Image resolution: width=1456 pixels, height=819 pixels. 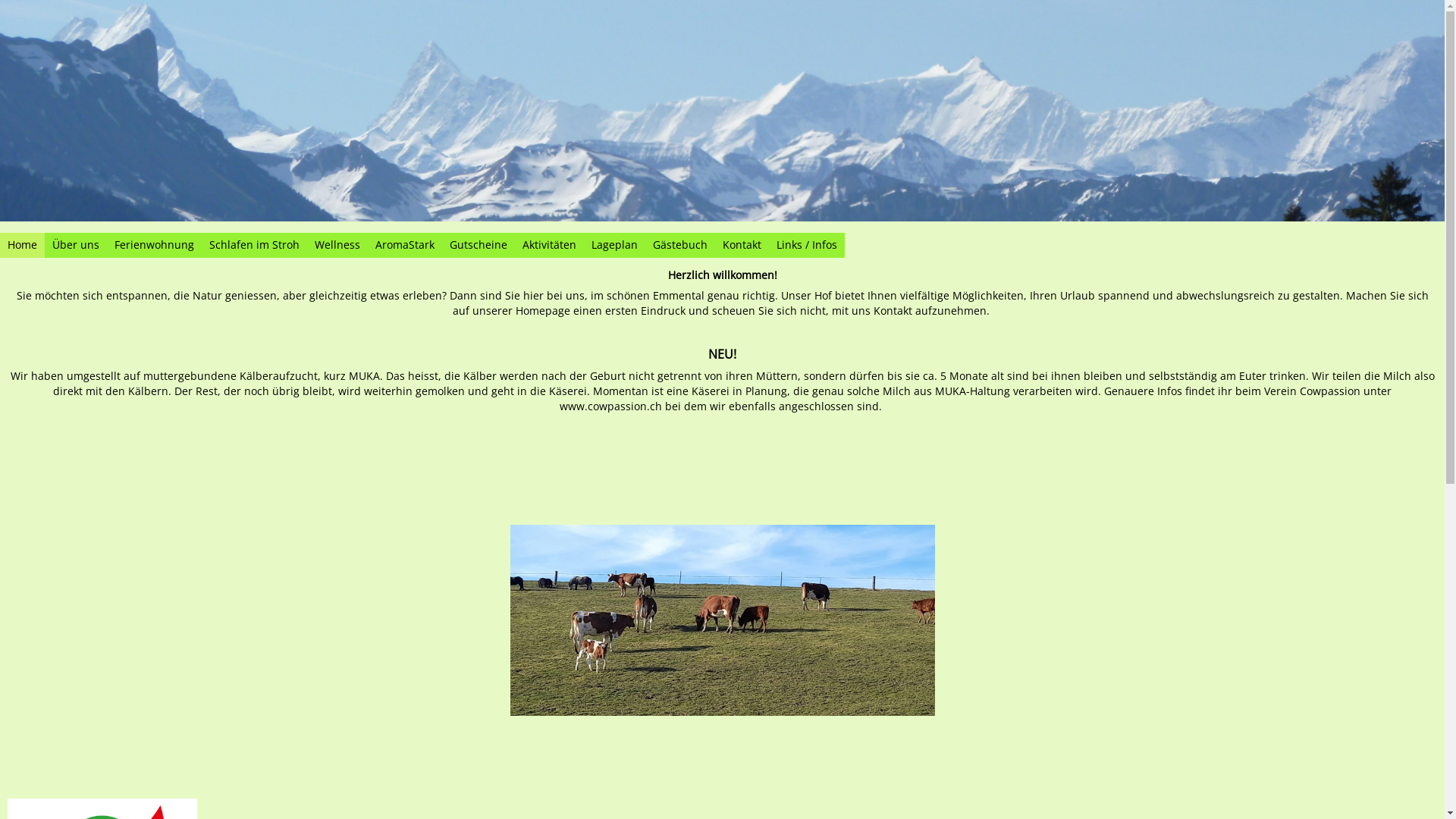 I want to click on 'Schlafen im Stroh', so click(x=200, y=244).